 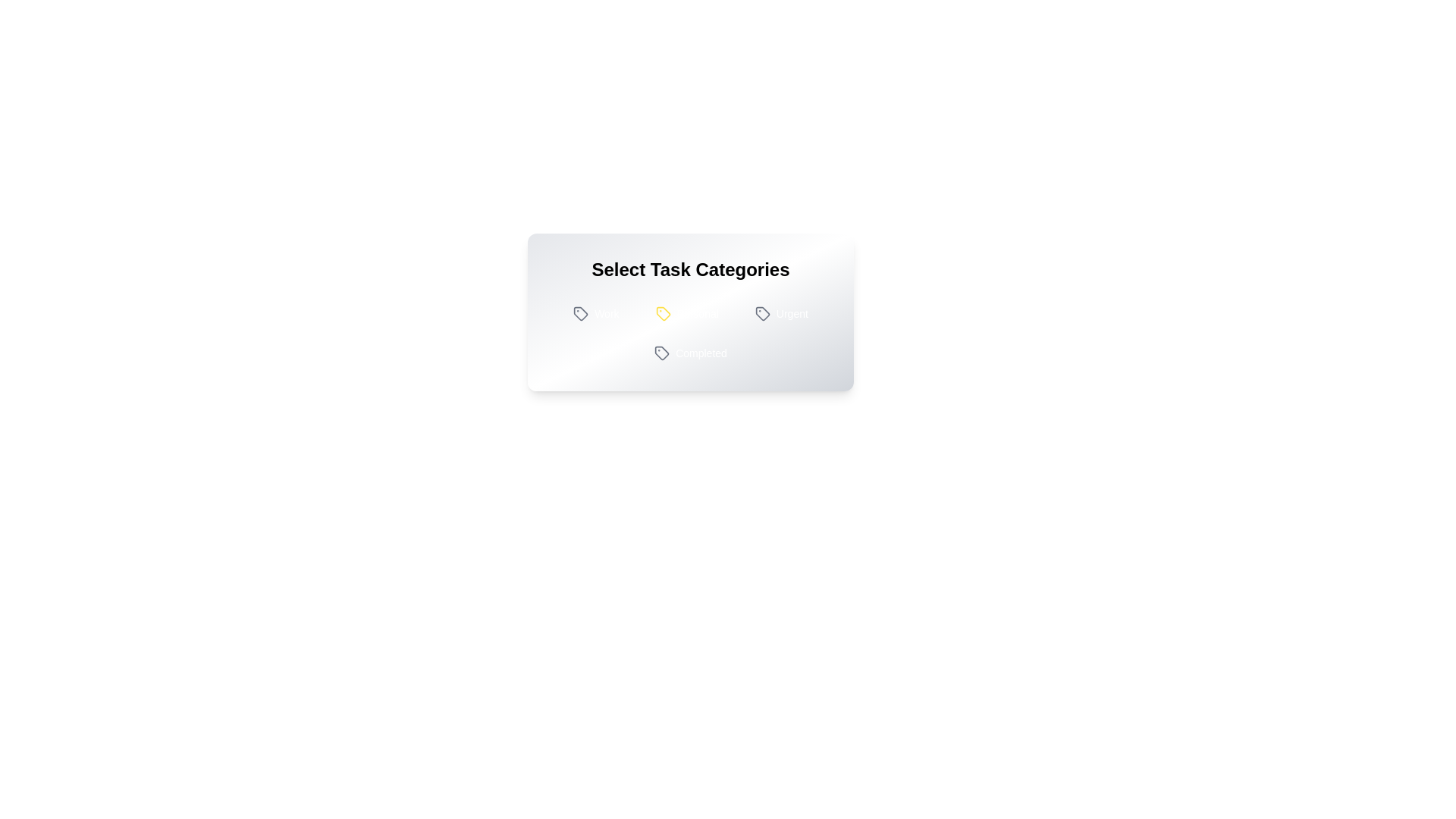 What do you see at coordinates (781, 312) in the screenshot?
I see `the category chip labeled Urgent` at bounding box center [781, 312].